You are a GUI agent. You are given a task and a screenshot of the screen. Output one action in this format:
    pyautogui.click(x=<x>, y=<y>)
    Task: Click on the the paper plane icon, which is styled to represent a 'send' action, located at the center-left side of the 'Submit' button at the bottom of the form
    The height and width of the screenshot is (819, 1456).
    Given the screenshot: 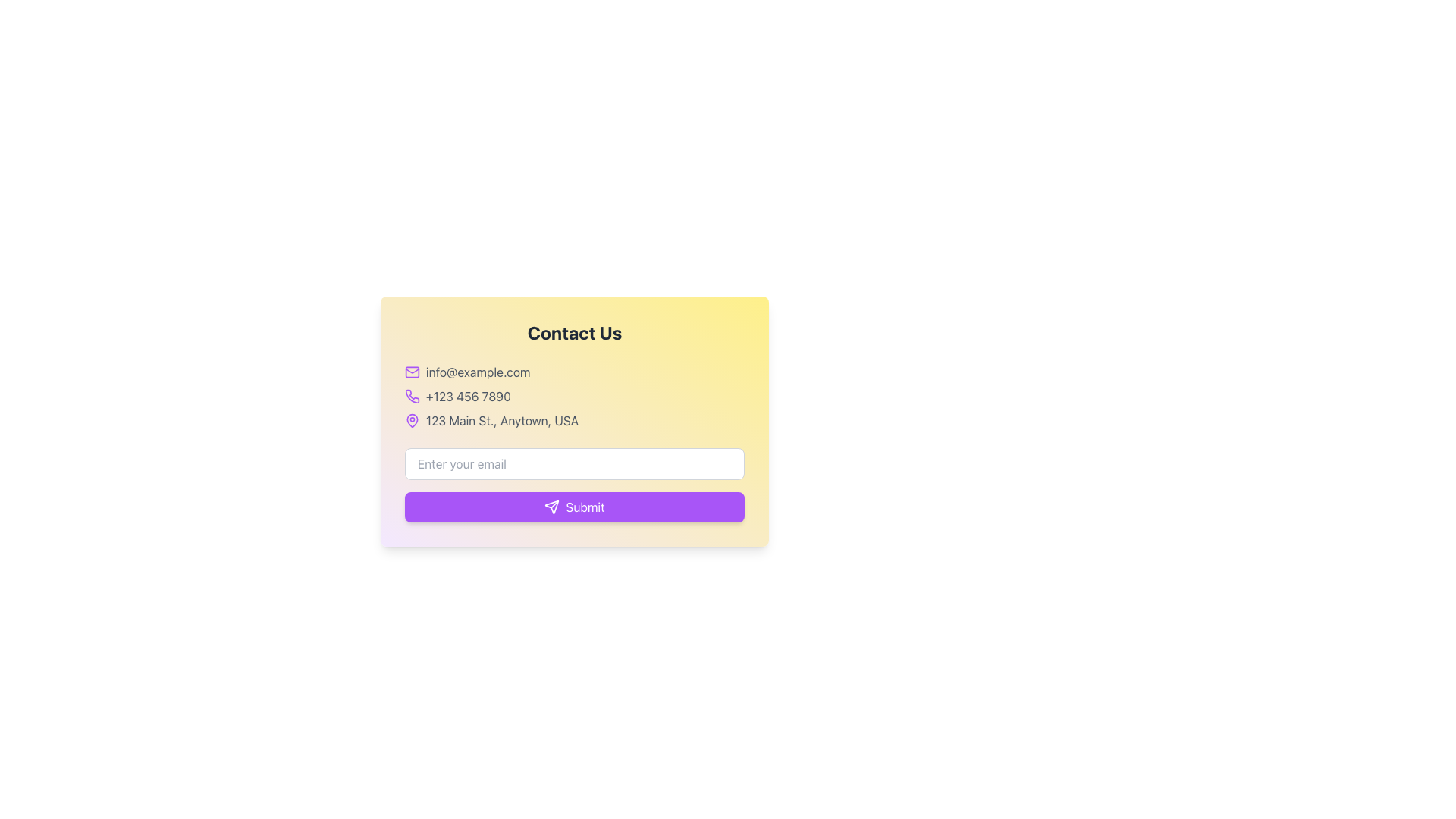 What is the action you would take?
    pyautogui.click(x=551, y=507)
    